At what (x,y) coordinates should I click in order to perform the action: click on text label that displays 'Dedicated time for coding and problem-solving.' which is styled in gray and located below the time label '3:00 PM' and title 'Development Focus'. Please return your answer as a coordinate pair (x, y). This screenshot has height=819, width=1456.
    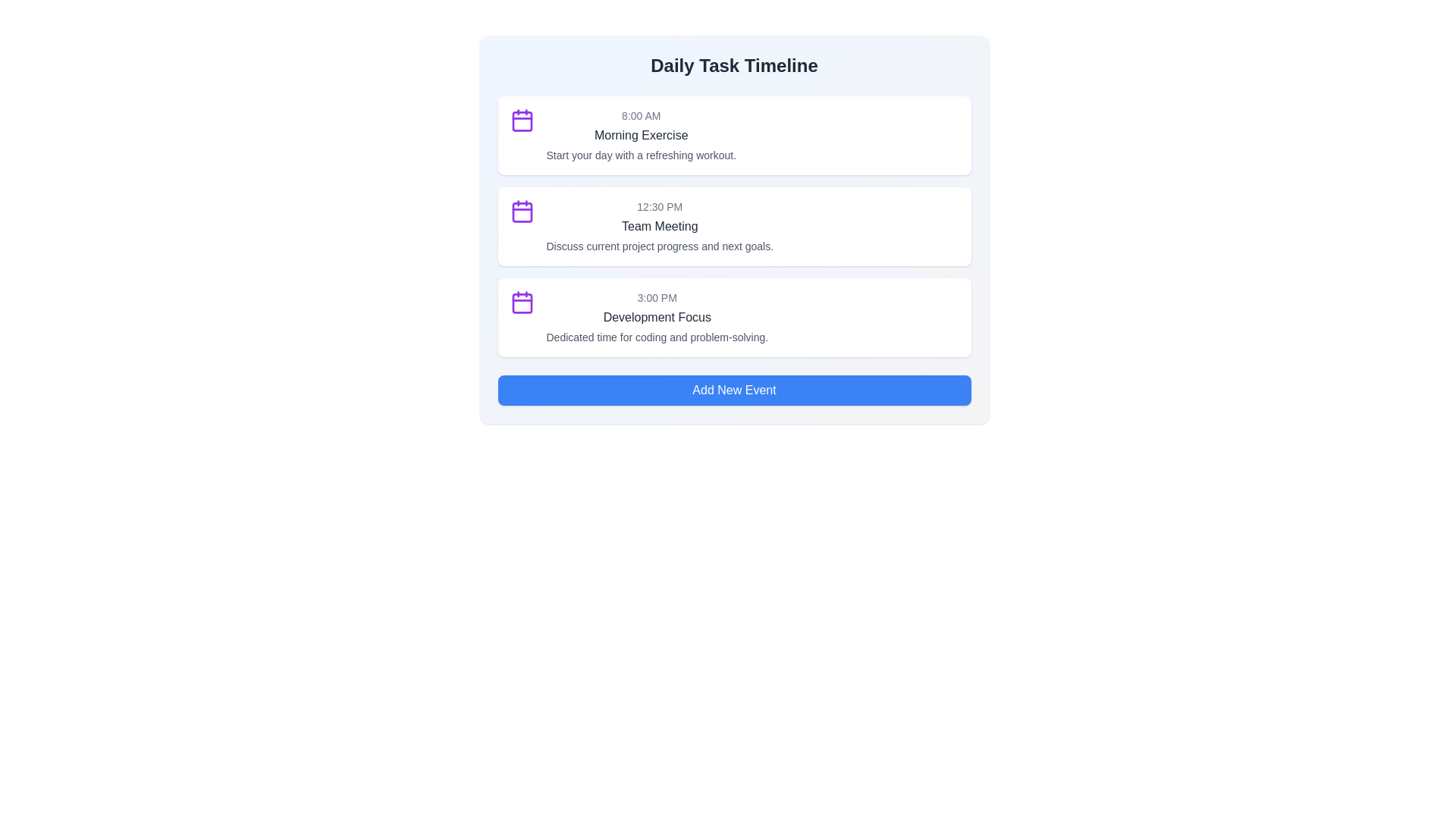
    Looking at the image, I should click on (657, 336).